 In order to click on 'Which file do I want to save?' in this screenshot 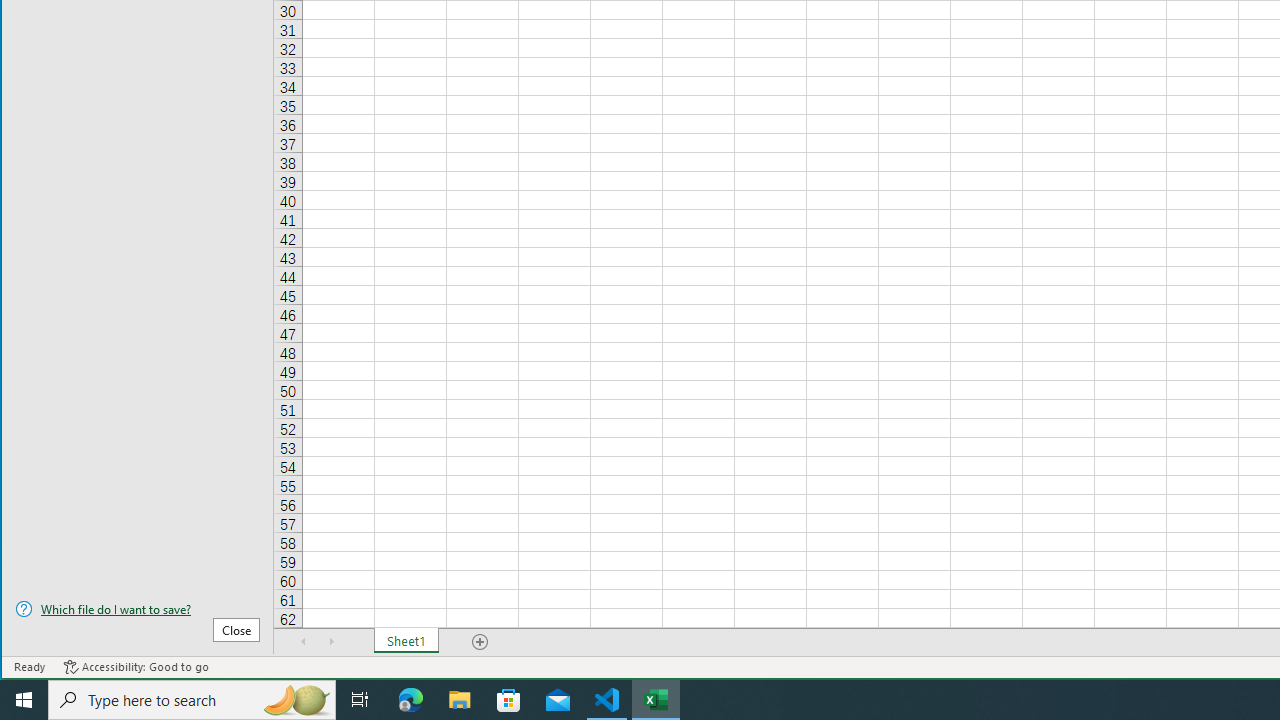, I will do `click(136, 608)`.